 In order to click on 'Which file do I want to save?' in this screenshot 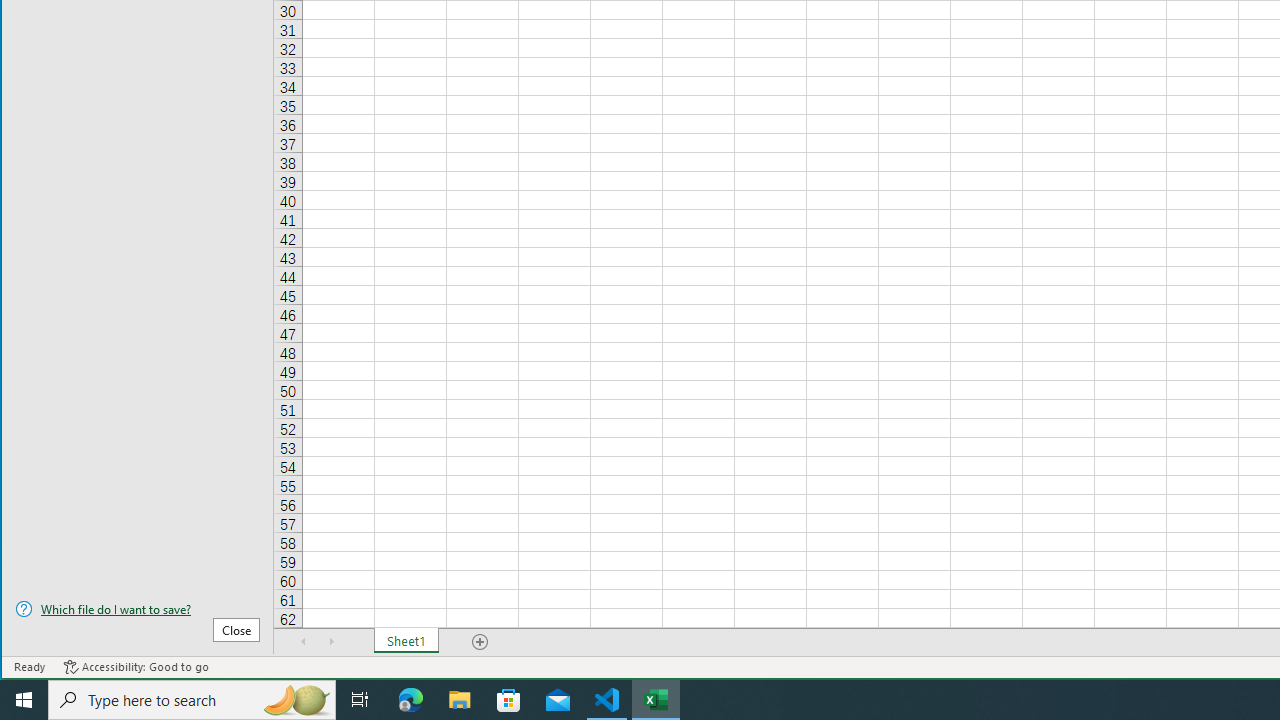, I will do `click(136, 608)`.